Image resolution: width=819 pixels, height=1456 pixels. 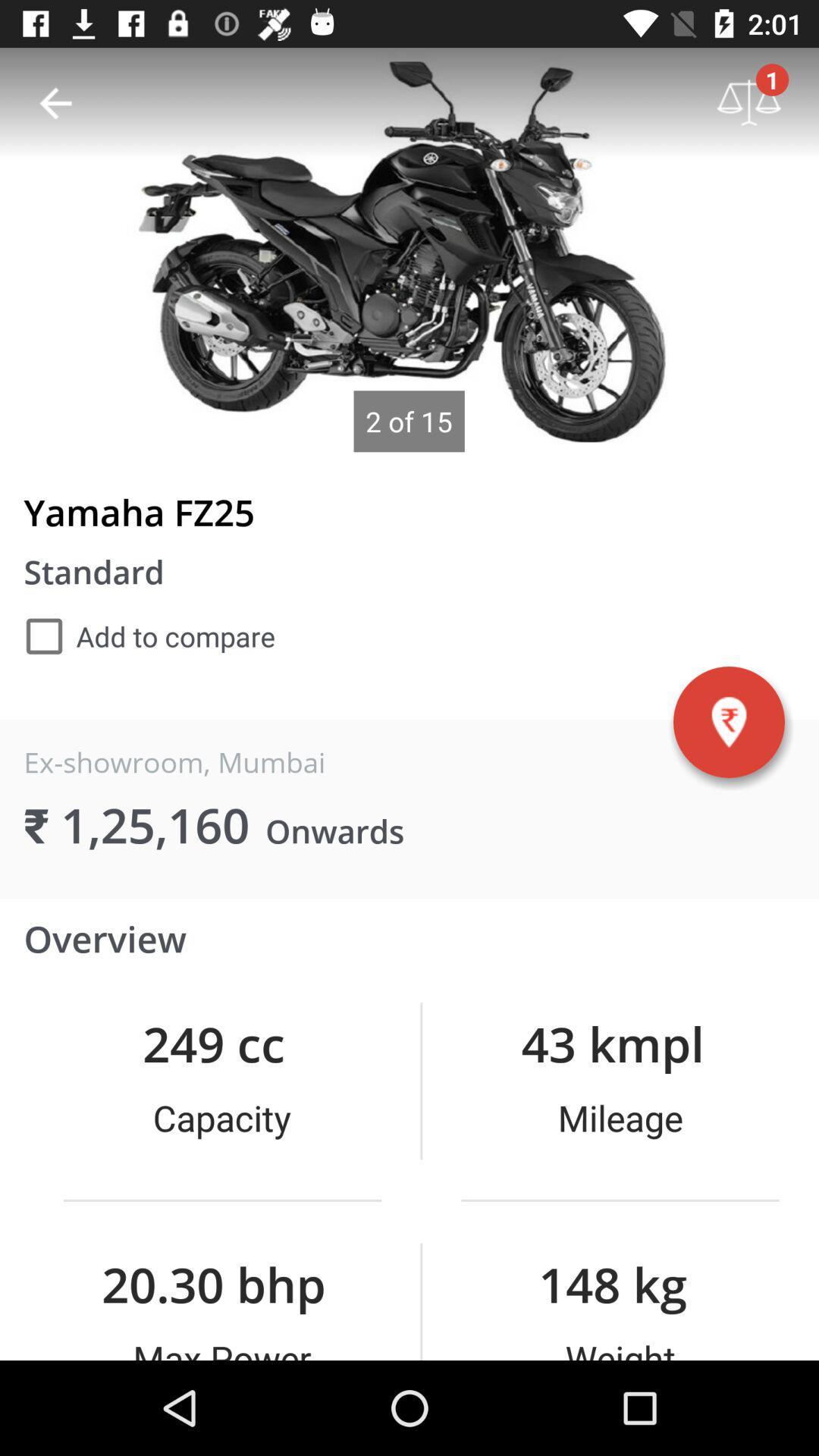 What do you see at coordinates (728, 721) in the screenshot?
I see `warning` at bounding box center [728, 721].